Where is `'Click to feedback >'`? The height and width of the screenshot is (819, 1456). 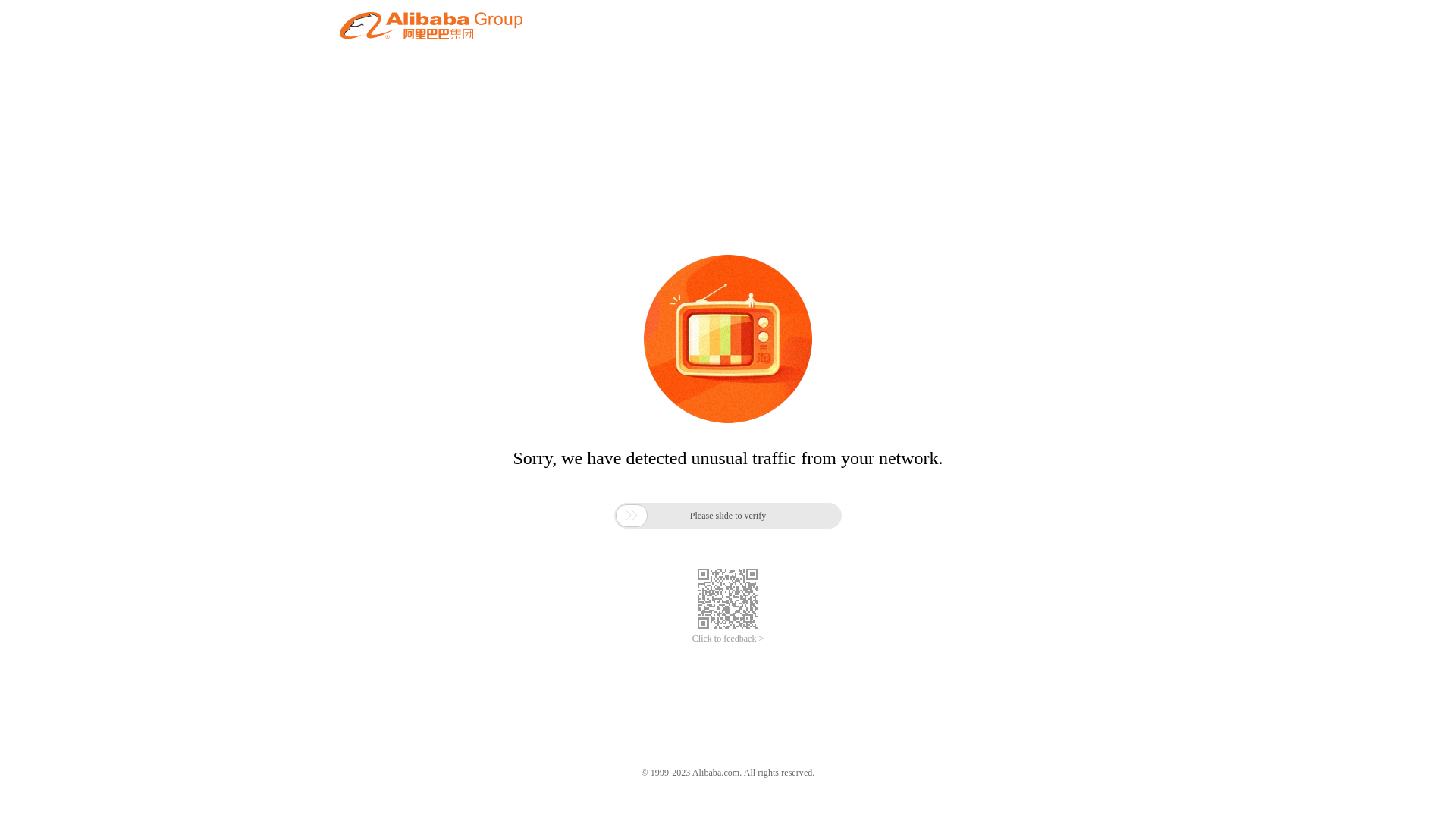 'Click to feedback >' is located at coordinates (691, 639).